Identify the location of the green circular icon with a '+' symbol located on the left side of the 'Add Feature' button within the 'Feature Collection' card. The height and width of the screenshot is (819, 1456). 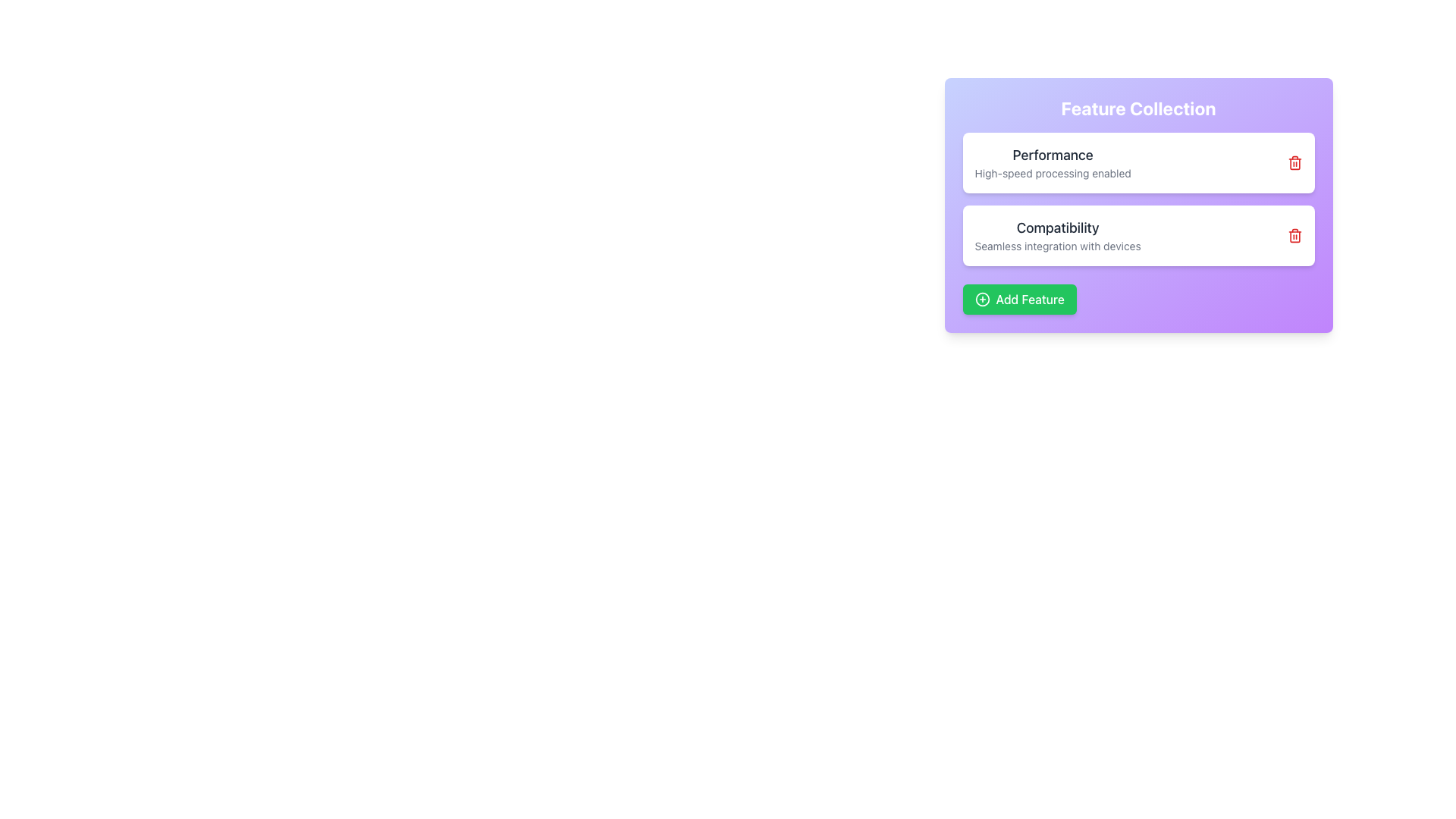
(982, 299).